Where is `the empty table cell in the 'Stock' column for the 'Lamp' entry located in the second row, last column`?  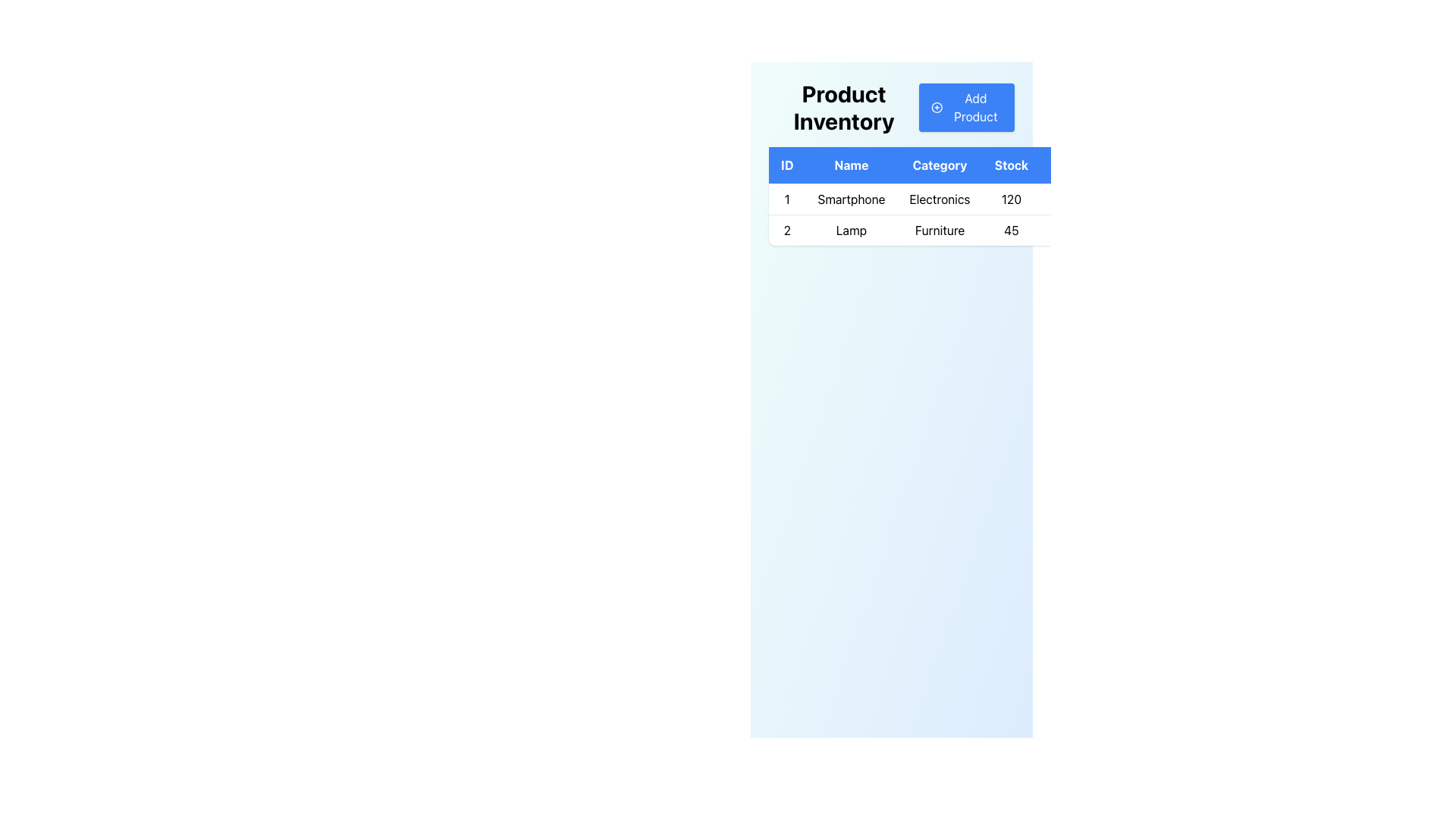 the empty table cell in the 'Stock' column for the 'Lamp' entry located in the second row, last column is located at coordinates (1074, 230).